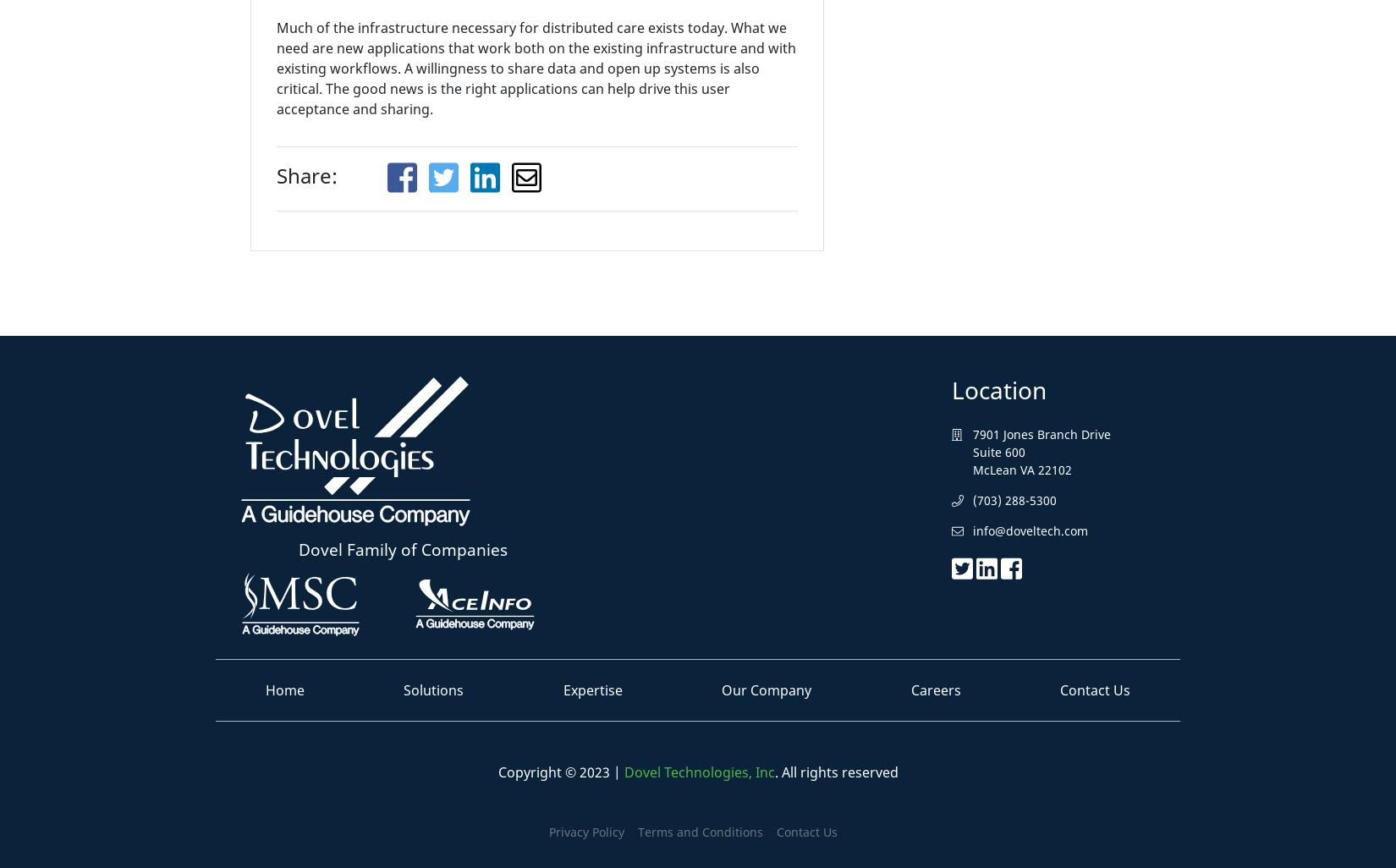 The height and width of the screenshot is (868, 1396). Describe the element at coordinates (1014, 499) in the screenshot. I see `'(703) 288-5300'` at that location.